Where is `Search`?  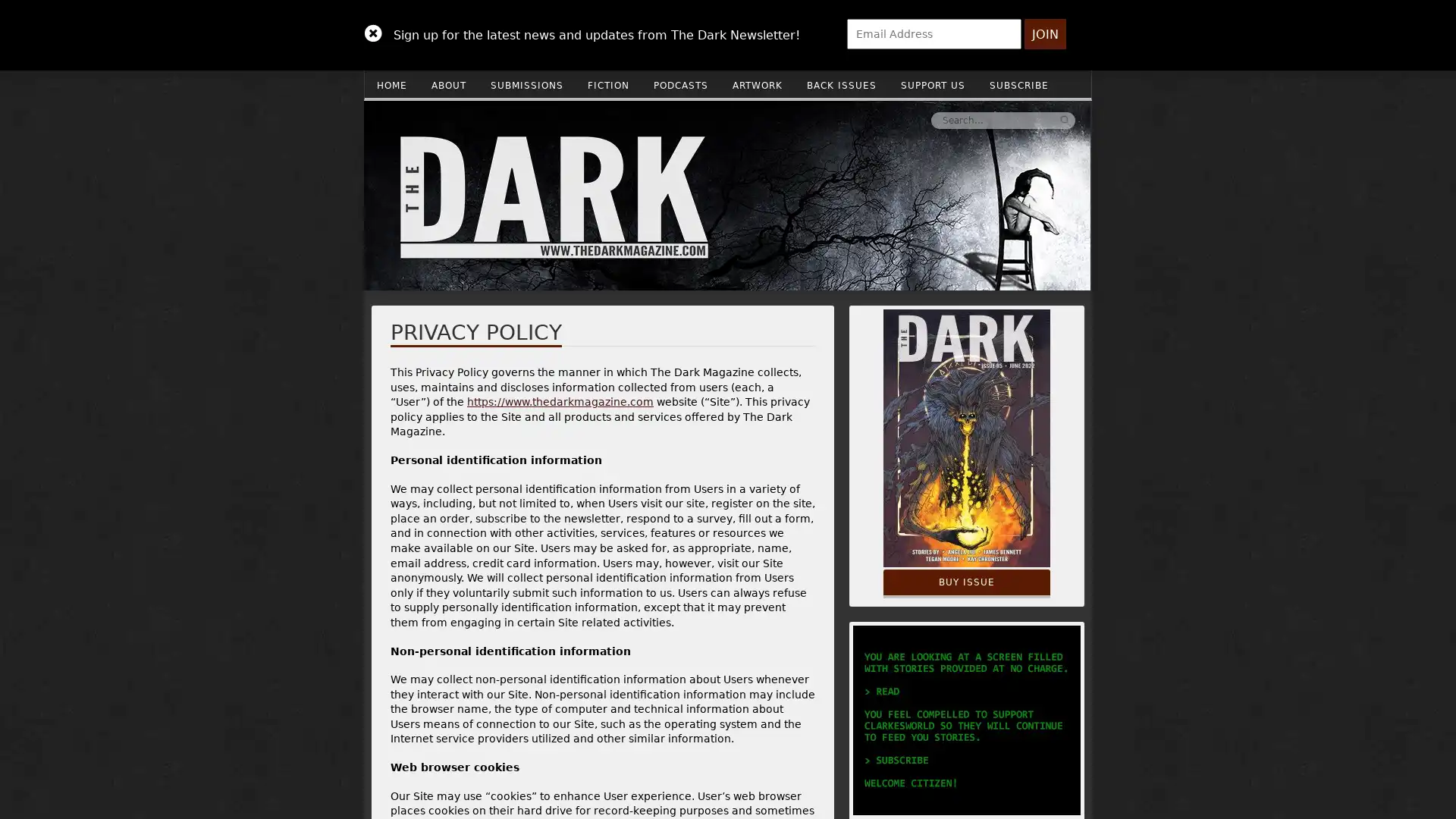 Search is located at coordinates (836, 119).